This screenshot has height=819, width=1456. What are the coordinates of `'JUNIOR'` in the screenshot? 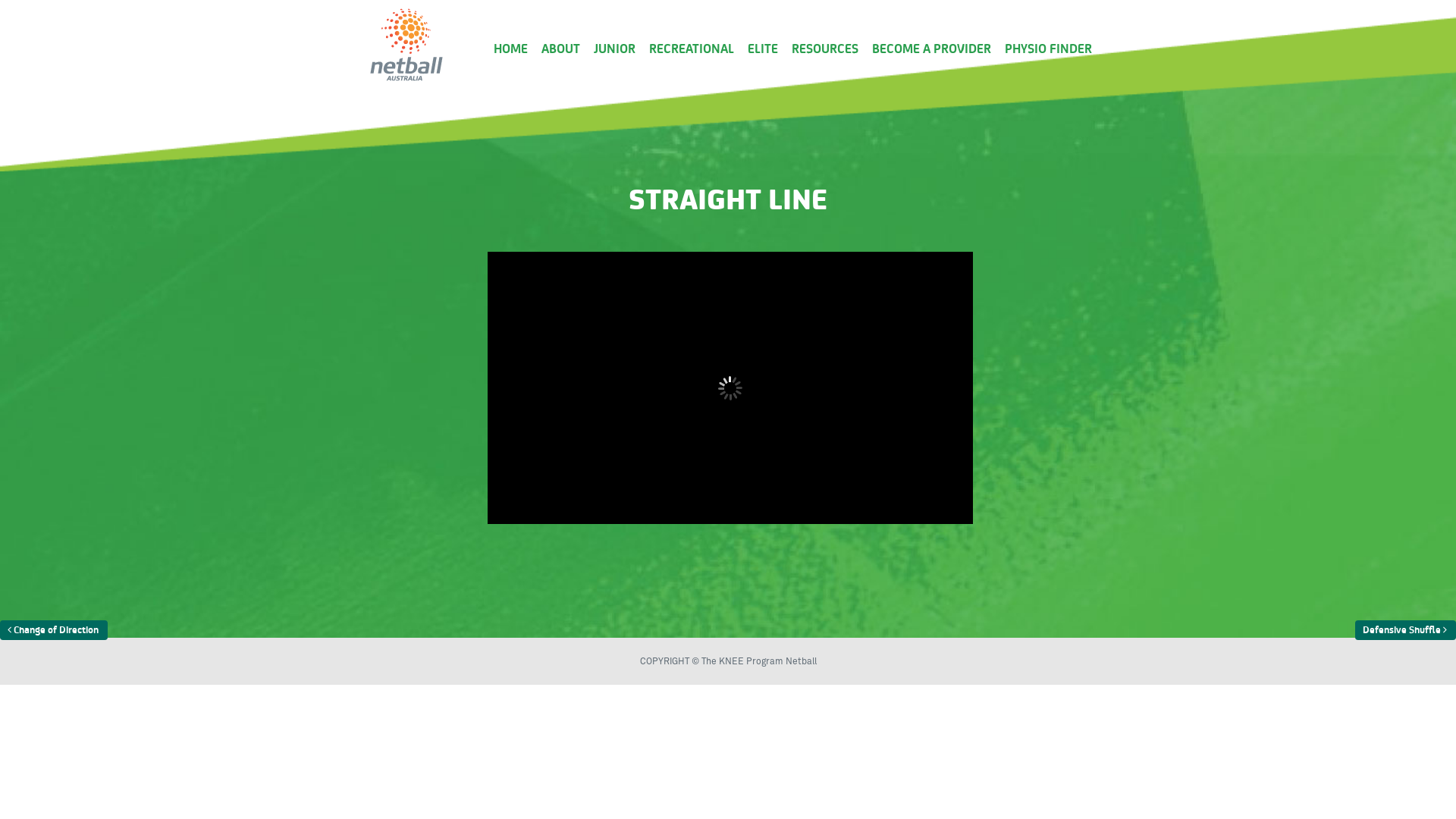 It's located at (579, 48).